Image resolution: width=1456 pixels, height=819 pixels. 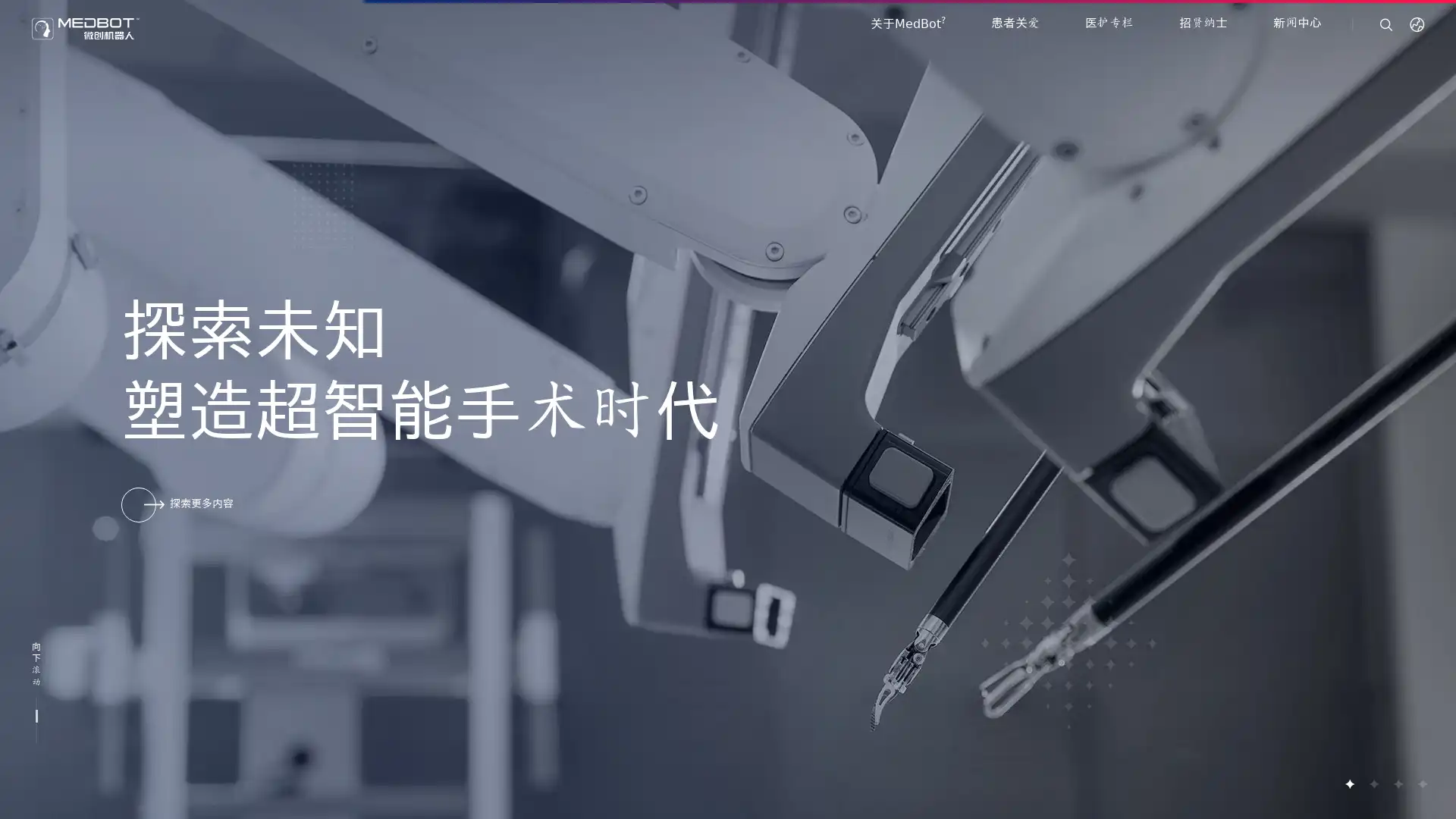 I want to click on Go to slide 4, so click(x=1421, y=783).